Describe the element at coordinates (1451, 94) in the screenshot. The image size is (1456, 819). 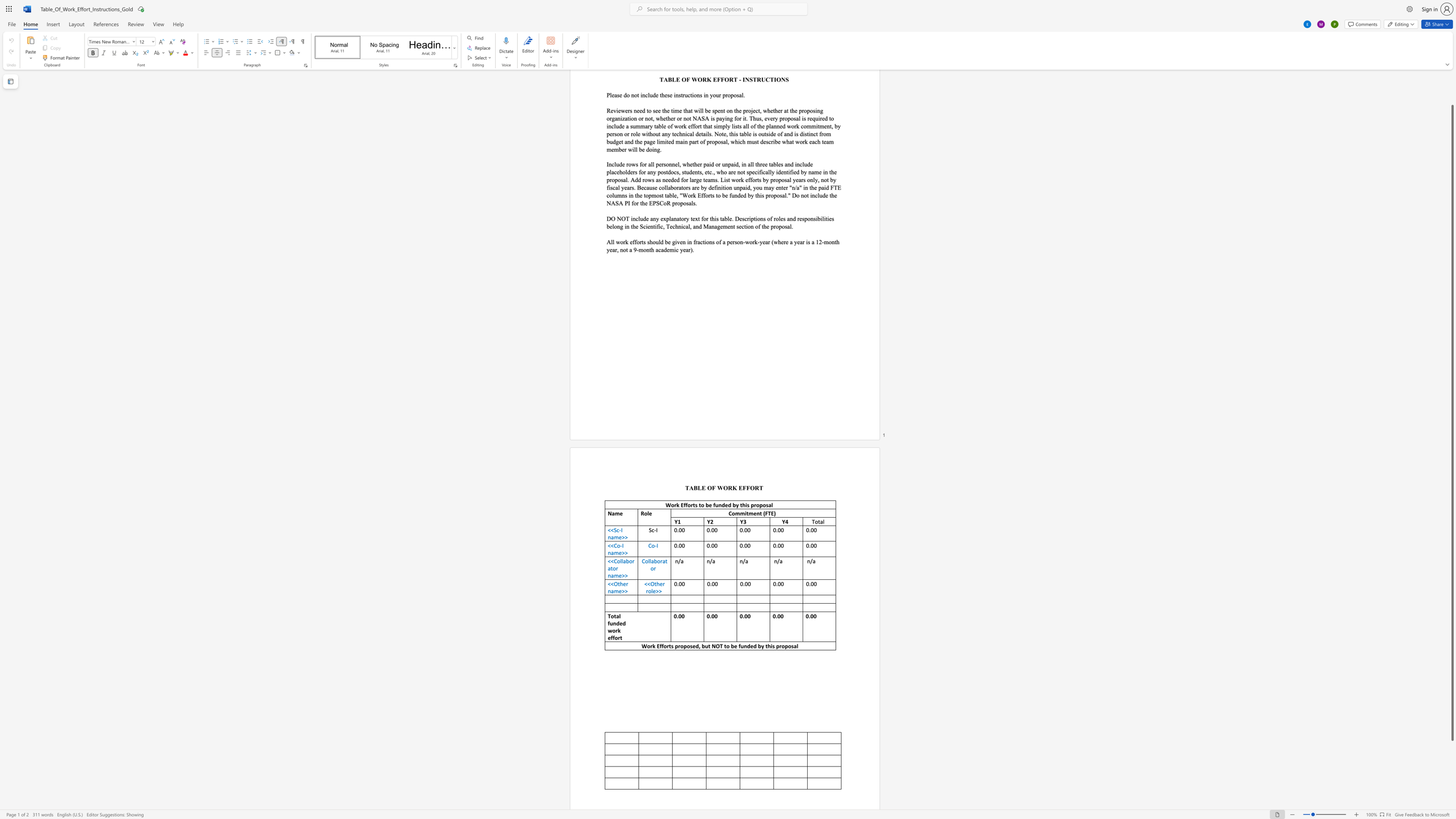
I see `the scrollbar to scroll upward` at that location.